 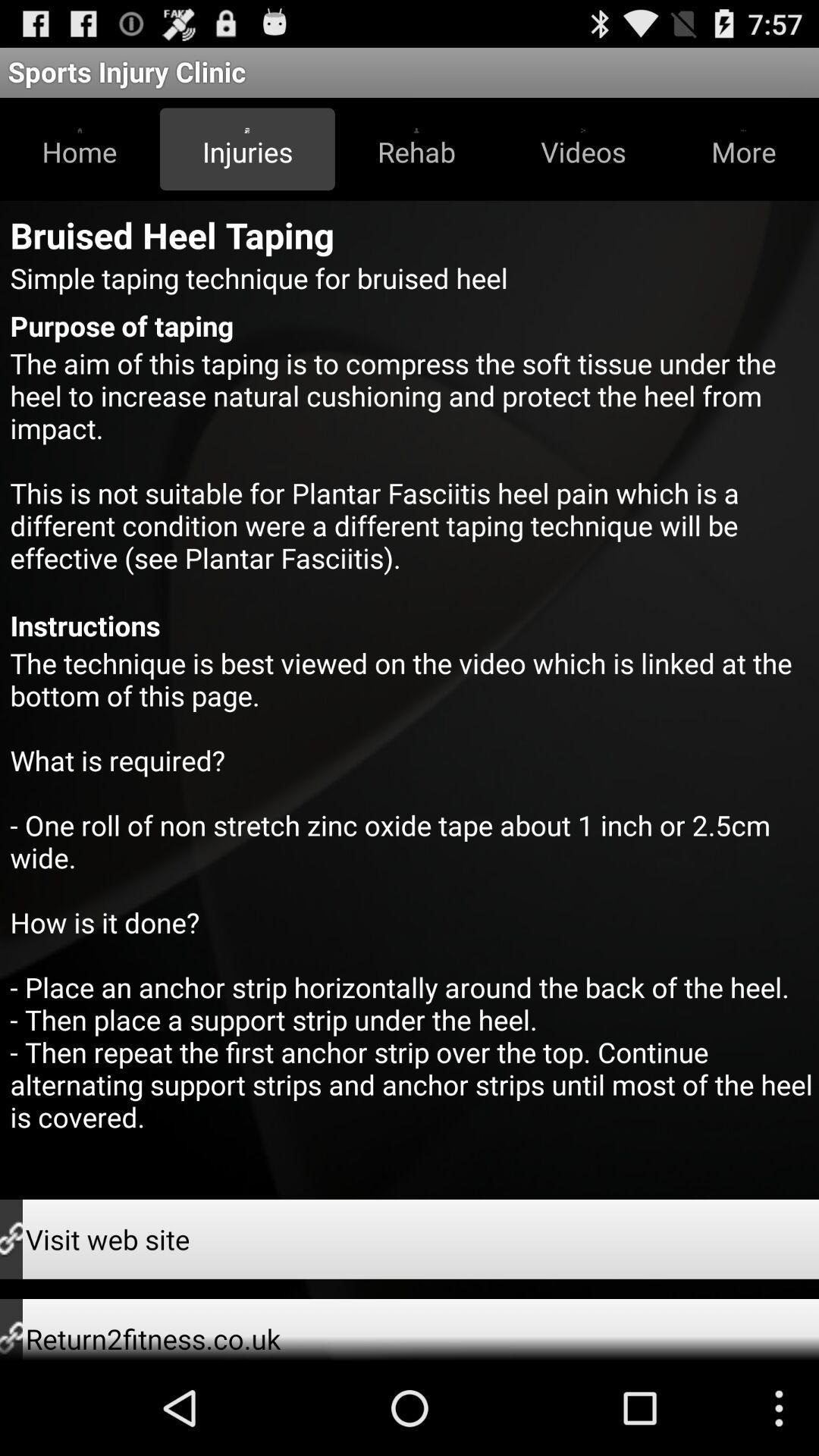 I want to click on item to the left of the rehab, so click(x=246, y=149).